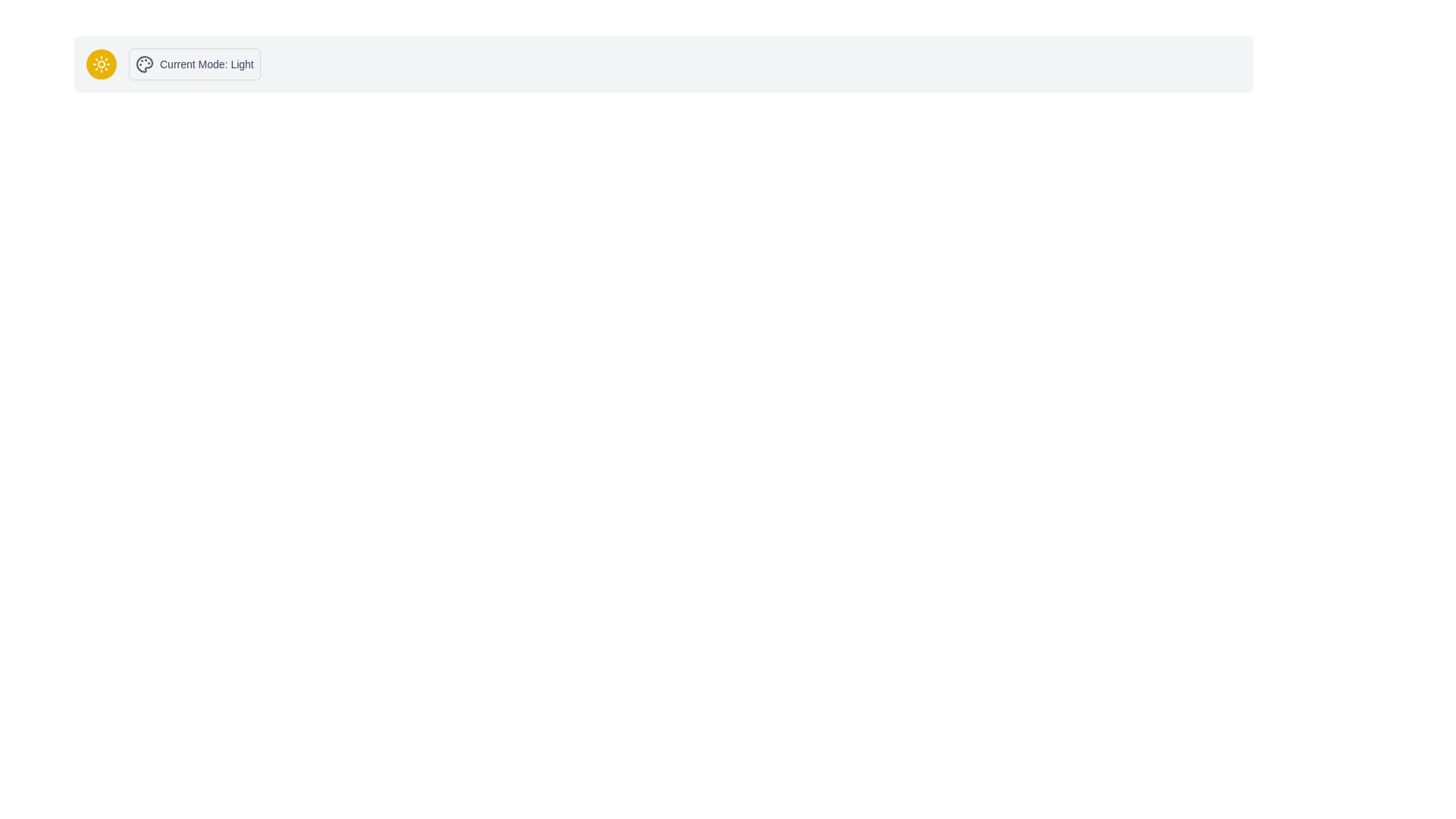 The height and width of the screenshot is (819, 1456). I want to click on the Informational display that shows 'Current Mode: Light' with a palette icon on the left, so click(193, 63).